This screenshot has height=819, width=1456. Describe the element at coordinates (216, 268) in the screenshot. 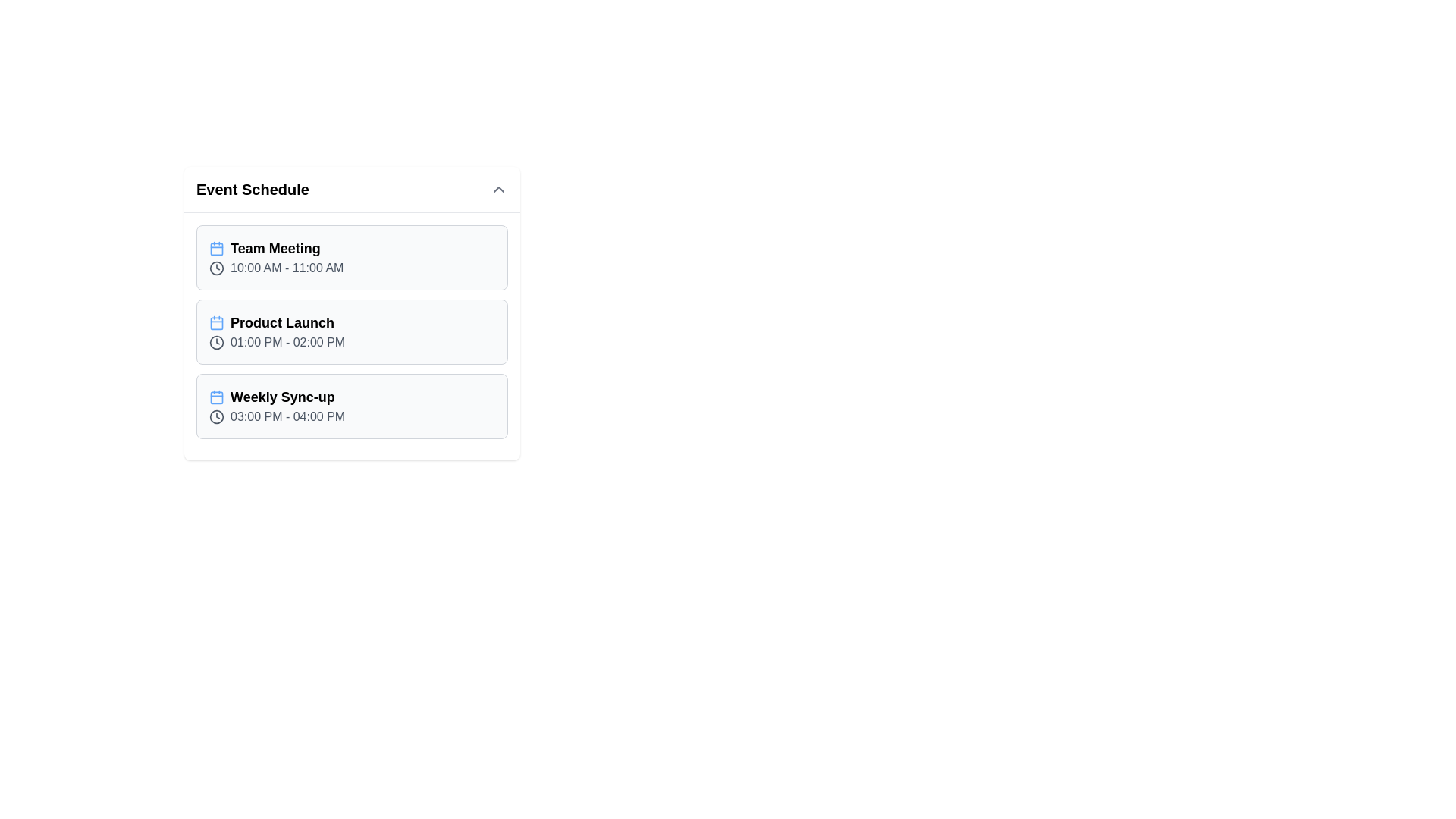

I see `the clock icon, which is a minimalistic design with a circular outline, located next to '10:00 AM - 11:00 AM' in the 'Event Schedule' for 'Team Meeting'` at that location.